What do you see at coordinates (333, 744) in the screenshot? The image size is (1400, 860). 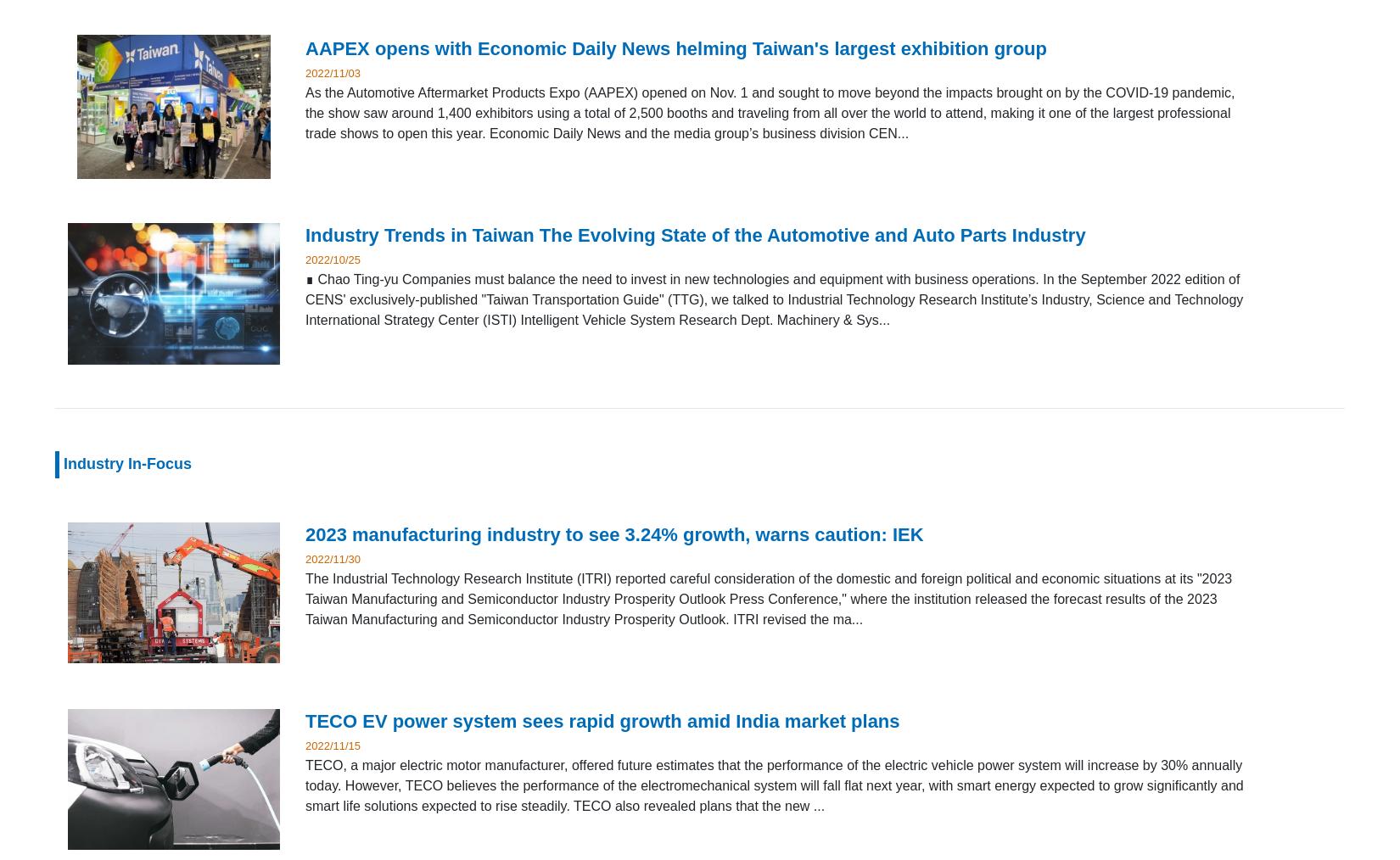 I see `'2022/11/15'` at bounding box center [333, 744].